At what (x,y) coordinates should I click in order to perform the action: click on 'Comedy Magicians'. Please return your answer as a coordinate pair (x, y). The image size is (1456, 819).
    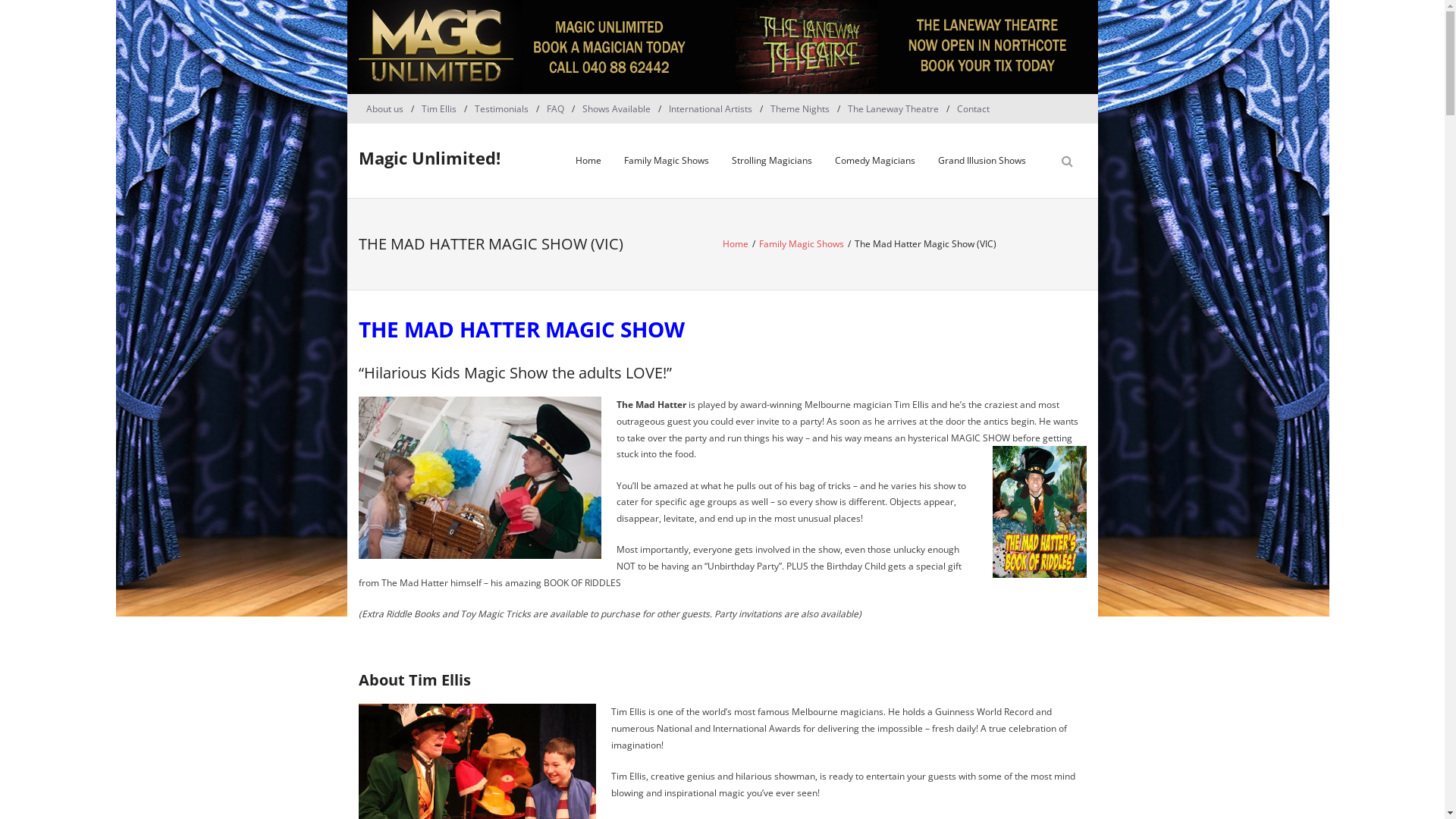
    Looking at the image, I should click on (874, 161).